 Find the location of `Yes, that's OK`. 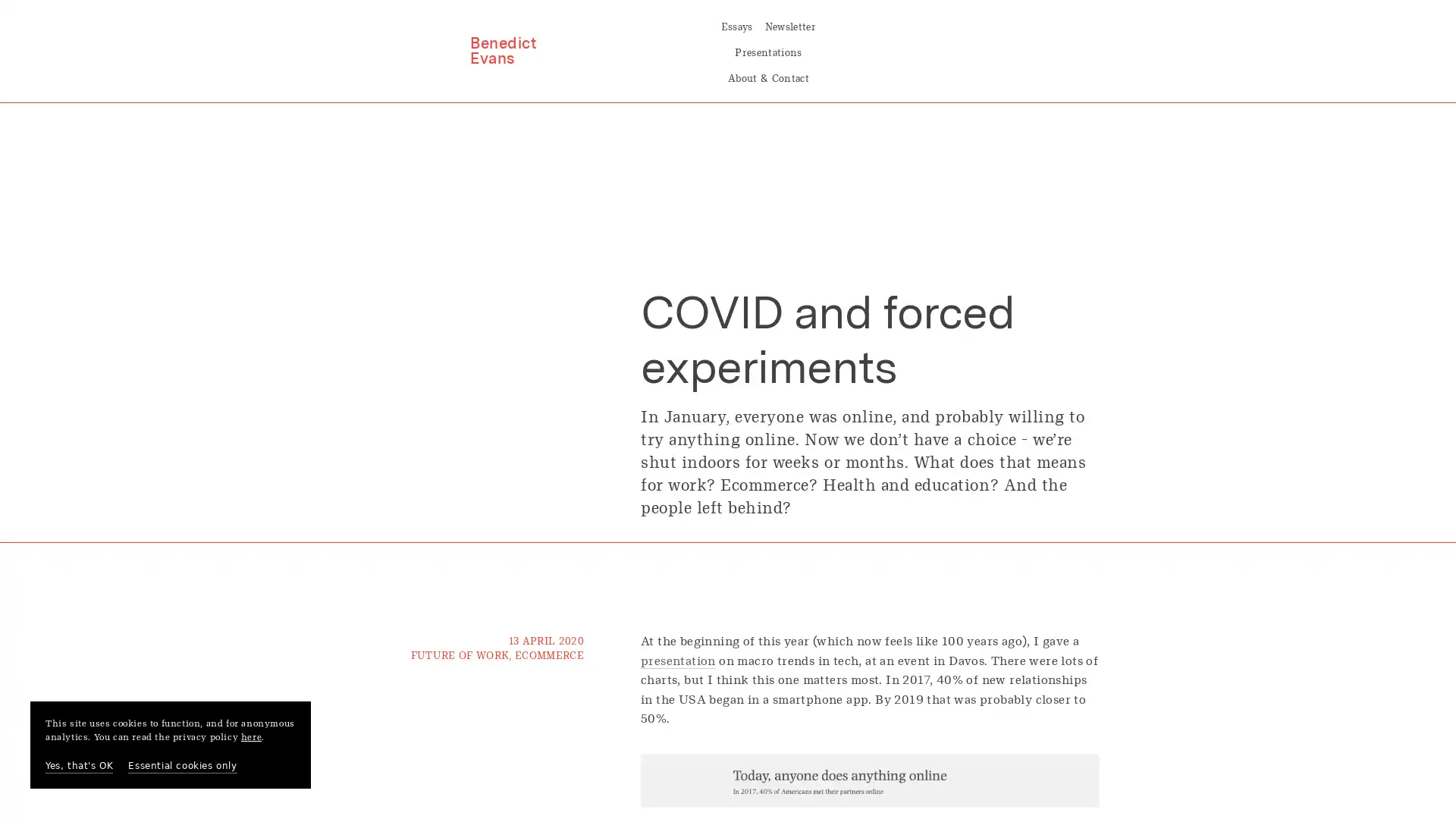

Yes, that's OK is located at coordinates (78, 766).